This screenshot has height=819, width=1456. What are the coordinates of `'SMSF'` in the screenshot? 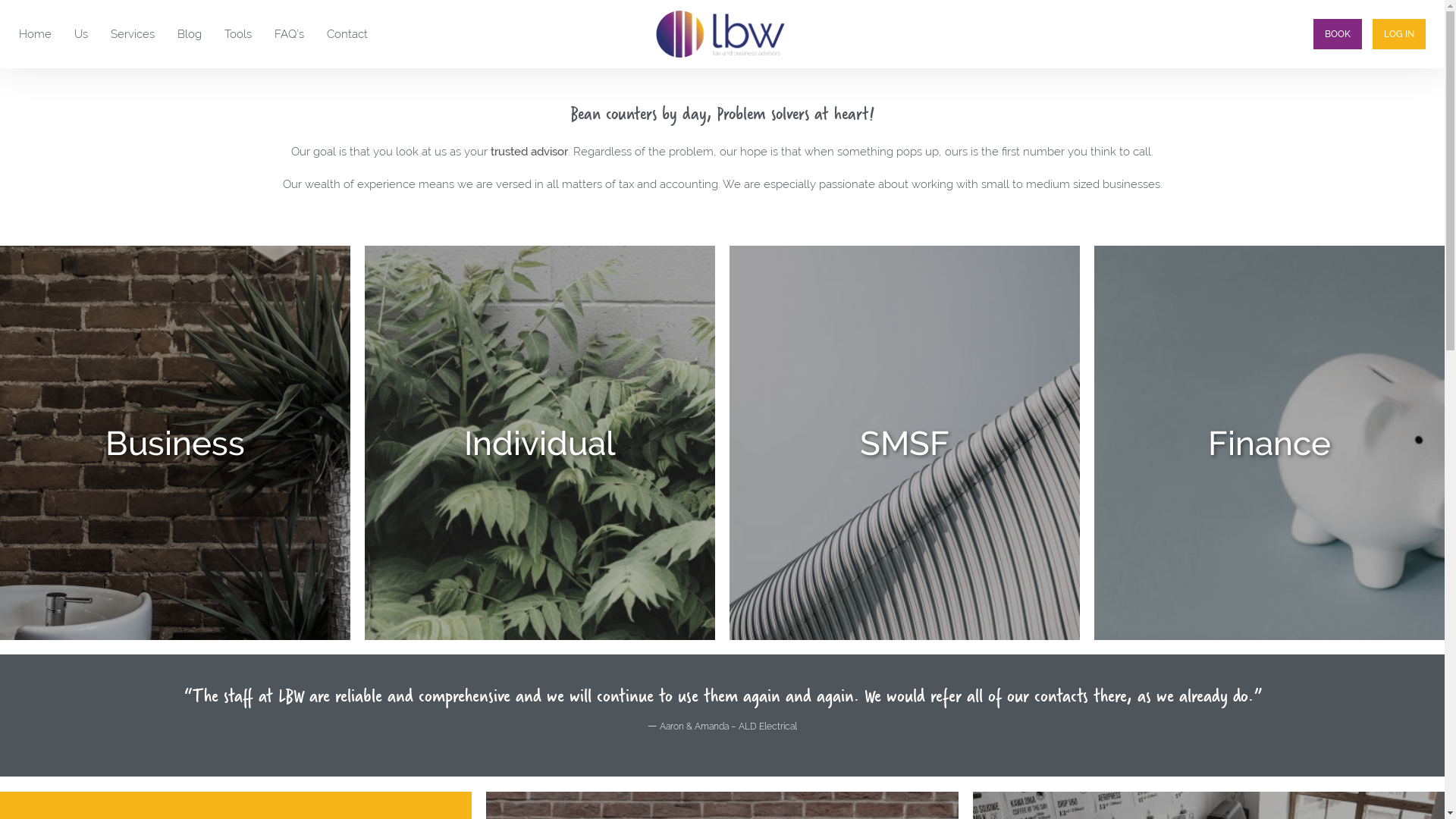 It's located at (905, 442).